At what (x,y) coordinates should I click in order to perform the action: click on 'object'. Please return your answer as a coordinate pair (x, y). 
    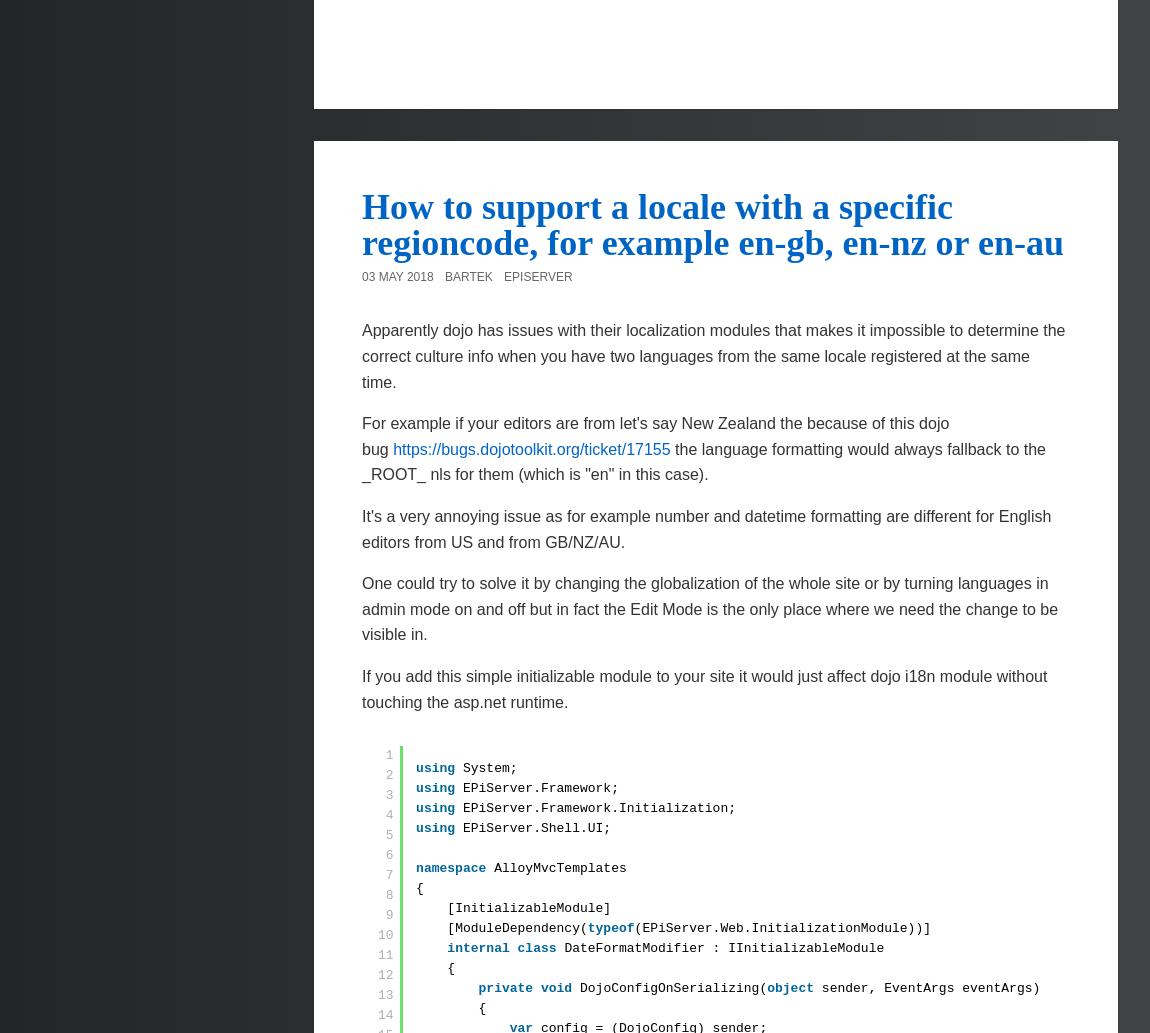
    Looking at the image, I should click on (766, 987).